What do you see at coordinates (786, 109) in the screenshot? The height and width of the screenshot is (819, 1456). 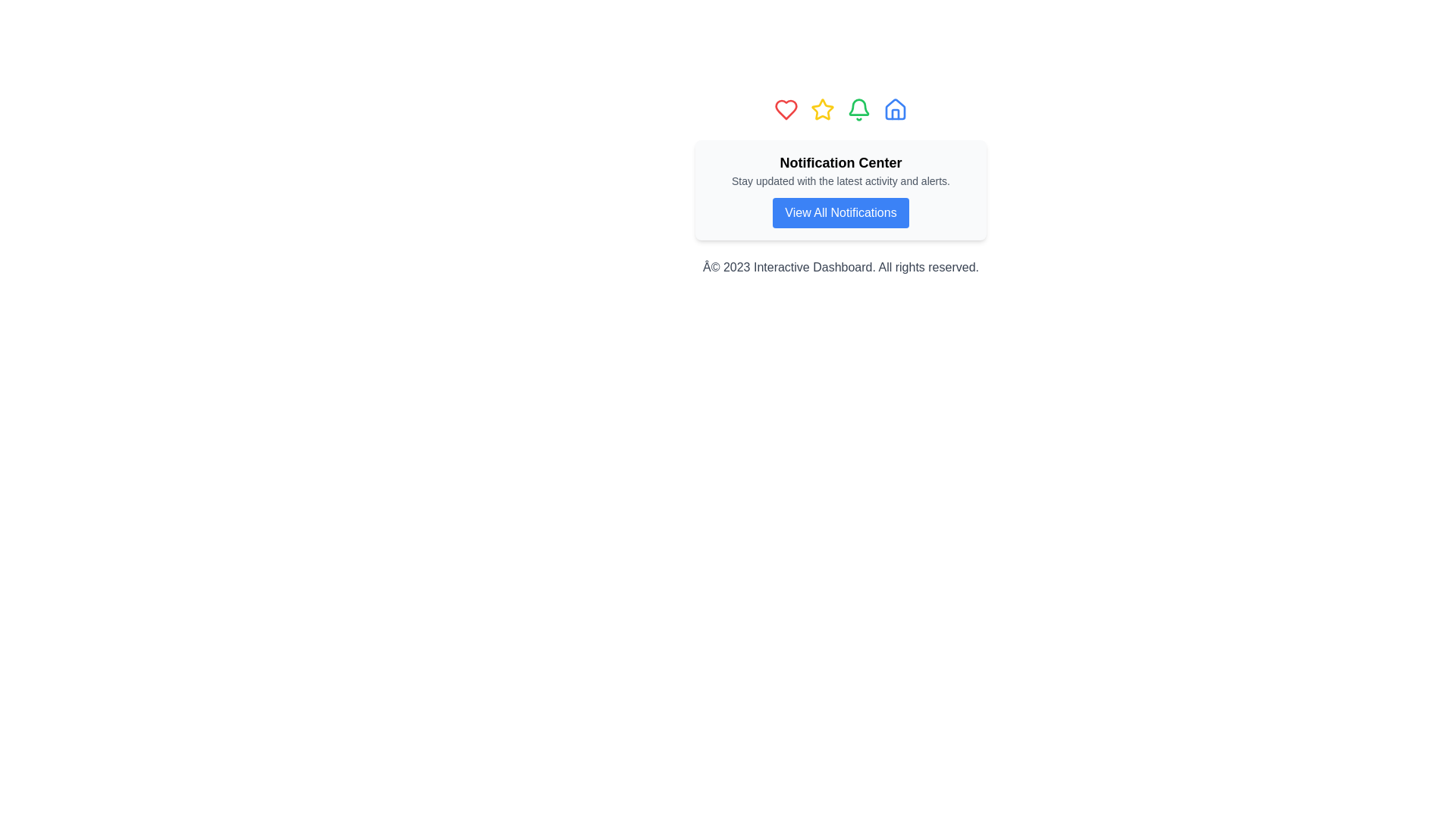 I see `the heart icon located at the top center of the interface, which signifies liking or favoriting content` at bounding box center [786, 109].